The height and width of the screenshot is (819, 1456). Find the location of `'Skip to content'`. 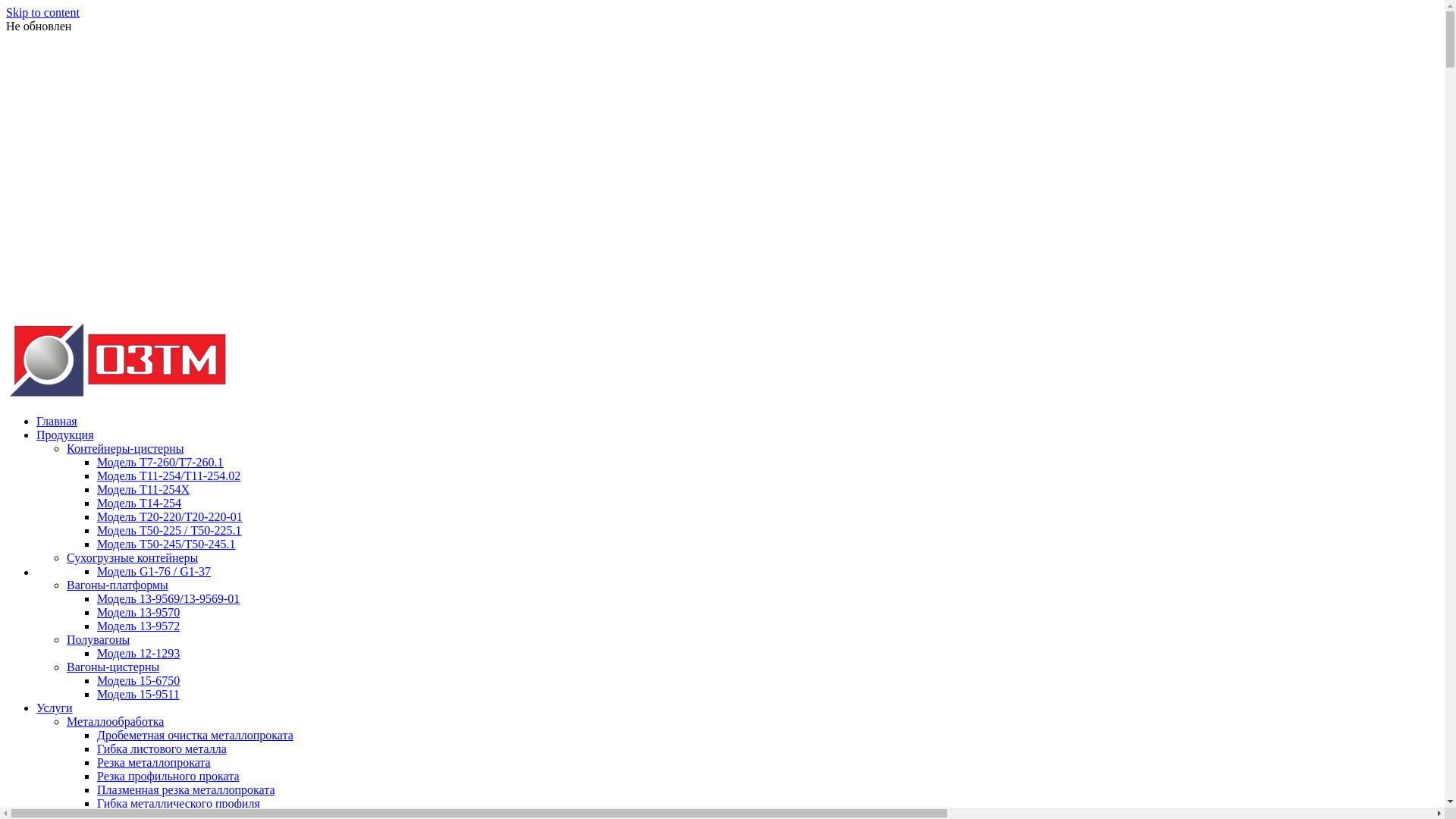

'Skip to content' is located at coordinates (42, 12).